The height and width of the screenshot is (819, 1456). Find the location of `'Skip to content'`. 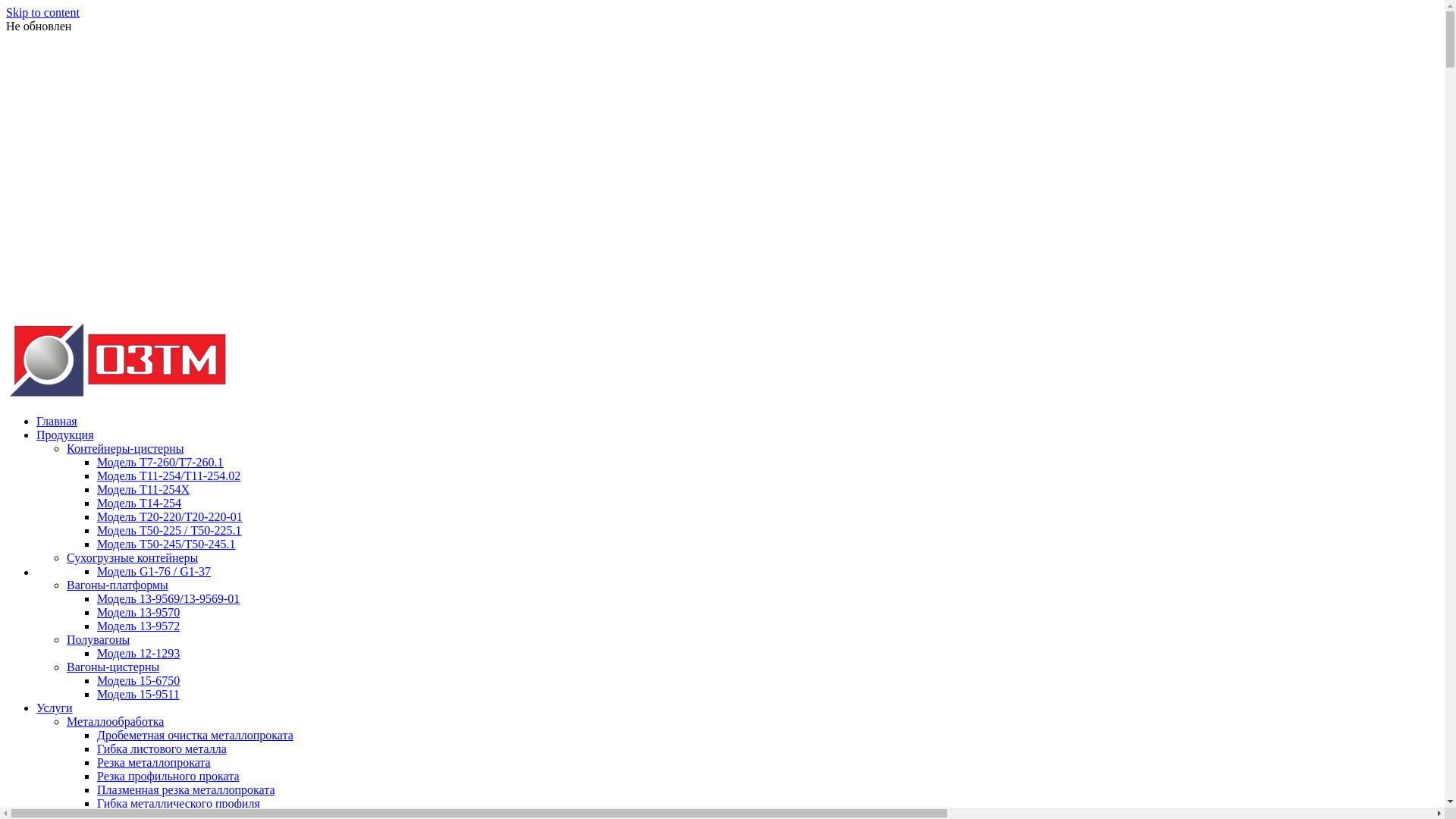

'Skip to content' is located at coordinates (42, 12).